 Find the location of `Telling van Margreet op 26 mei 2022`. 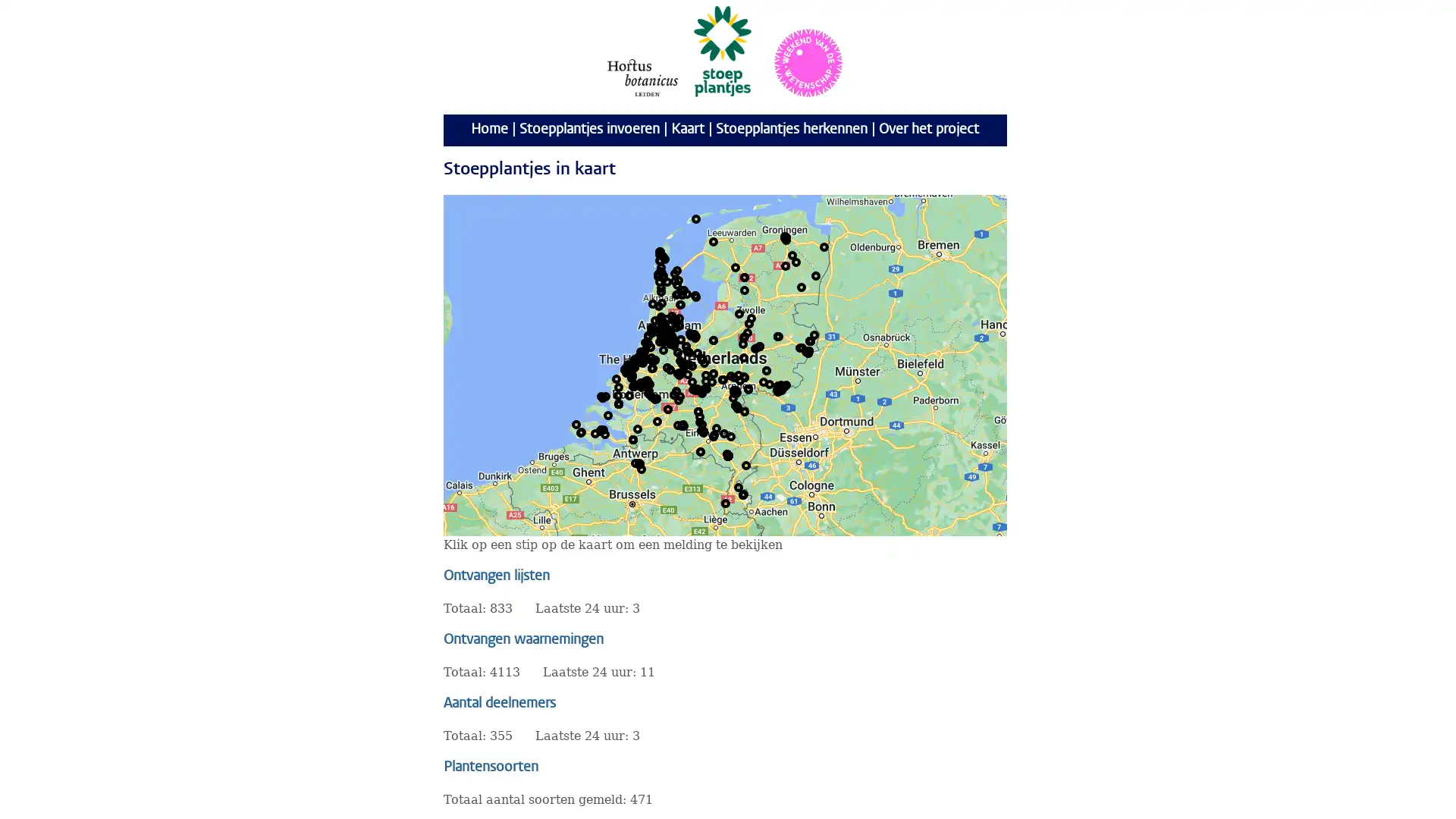

Telling van Margreet op 26 mei 2022 is located at coordinates (786, 237).